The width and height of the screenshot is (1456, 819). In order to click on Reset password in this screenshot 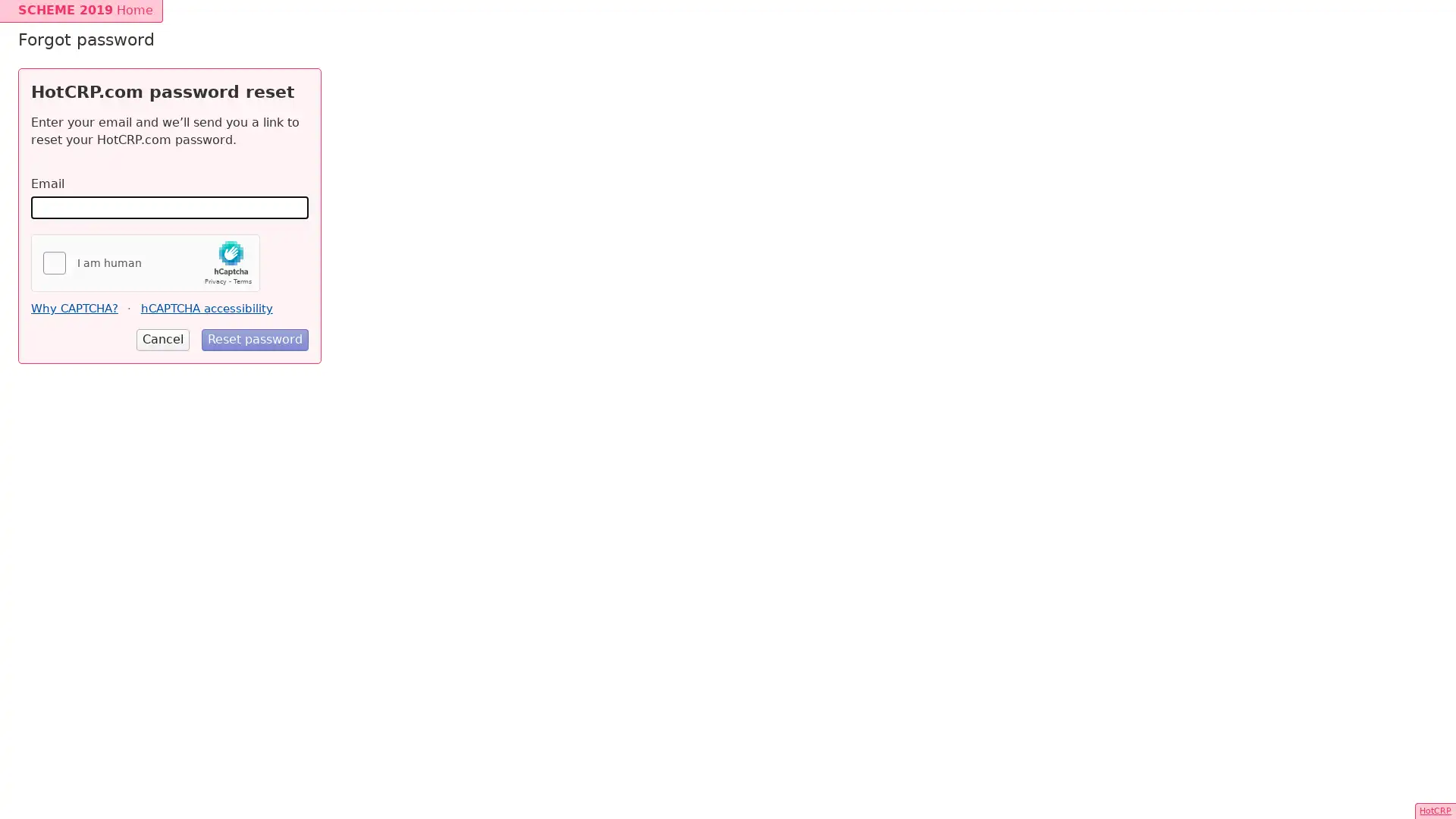, I will do `click(255, 338)`.